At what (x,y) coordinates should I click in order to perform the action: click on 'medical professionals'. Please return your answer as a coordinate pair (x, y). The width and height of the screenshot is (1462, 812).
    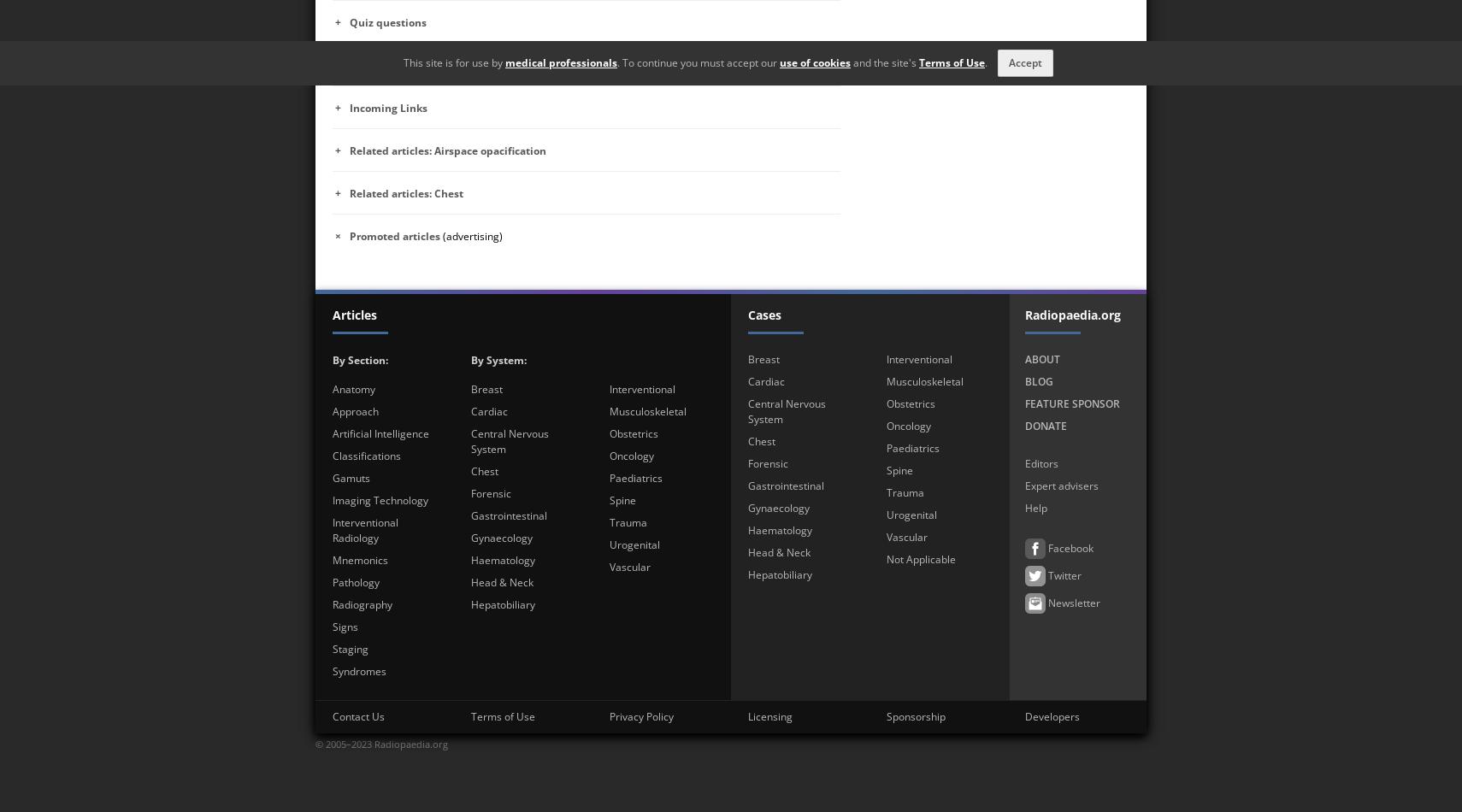
    Looking at the image, I should click on (561, 62).